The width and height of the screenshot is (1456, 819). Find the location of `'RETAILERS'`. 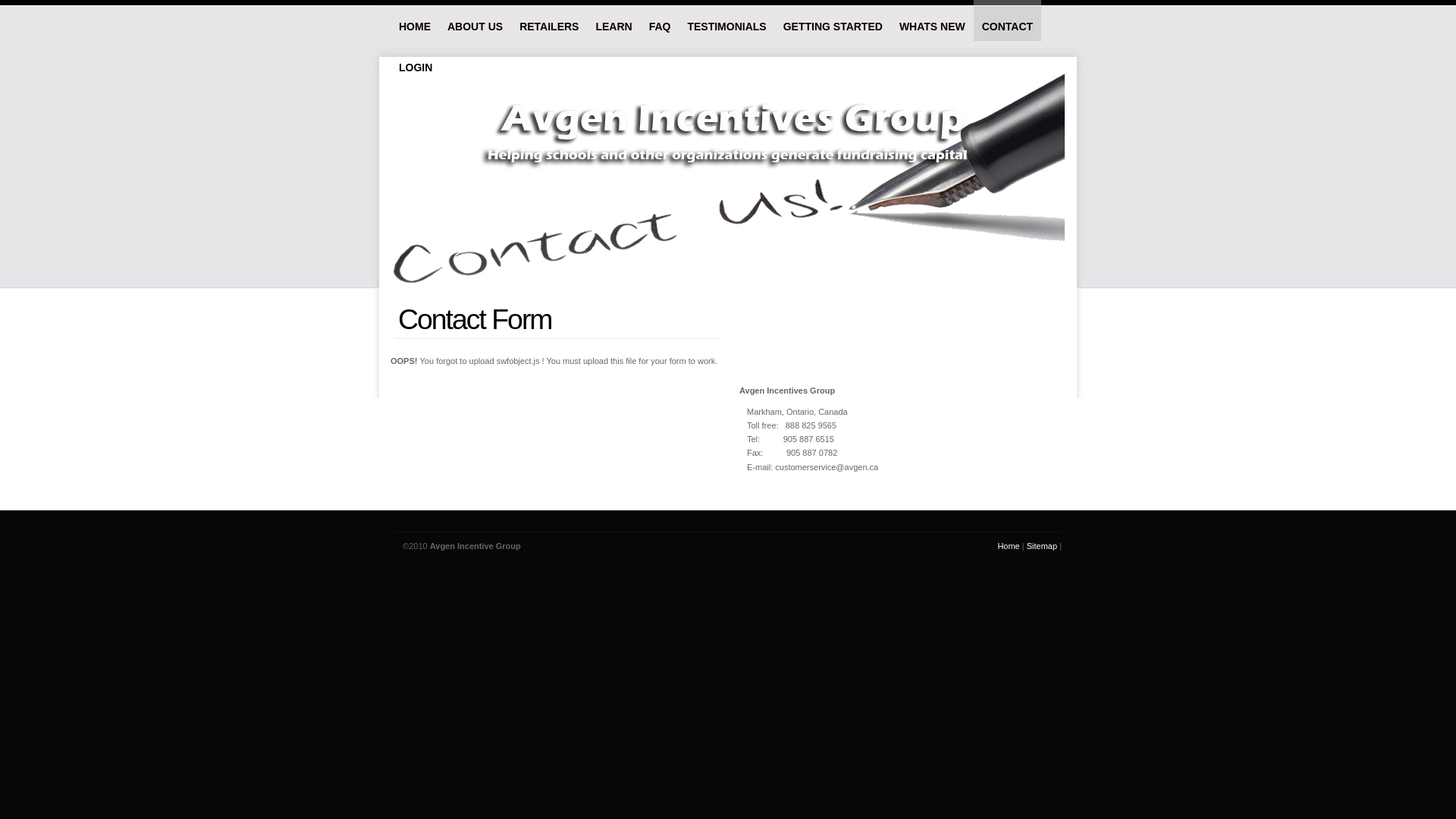

'RETAILERS' is located at coordinates (548, 20).